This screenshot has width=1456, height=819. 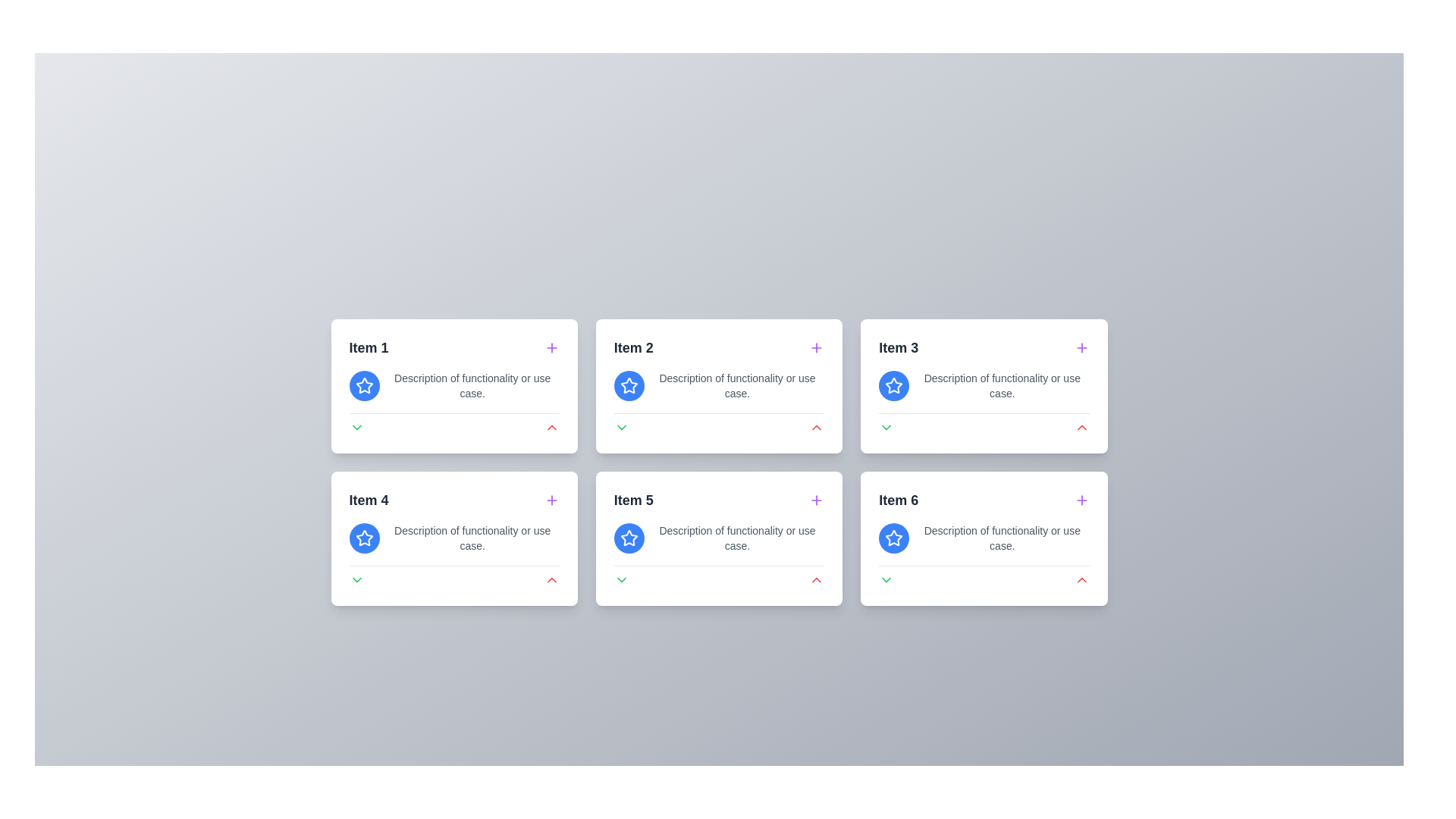 I want to click on the text component that reads 'Description of functionality or use case.' located in the top-left card labeled 'Item 1' within the grid layout, so click(x=472, y=385).